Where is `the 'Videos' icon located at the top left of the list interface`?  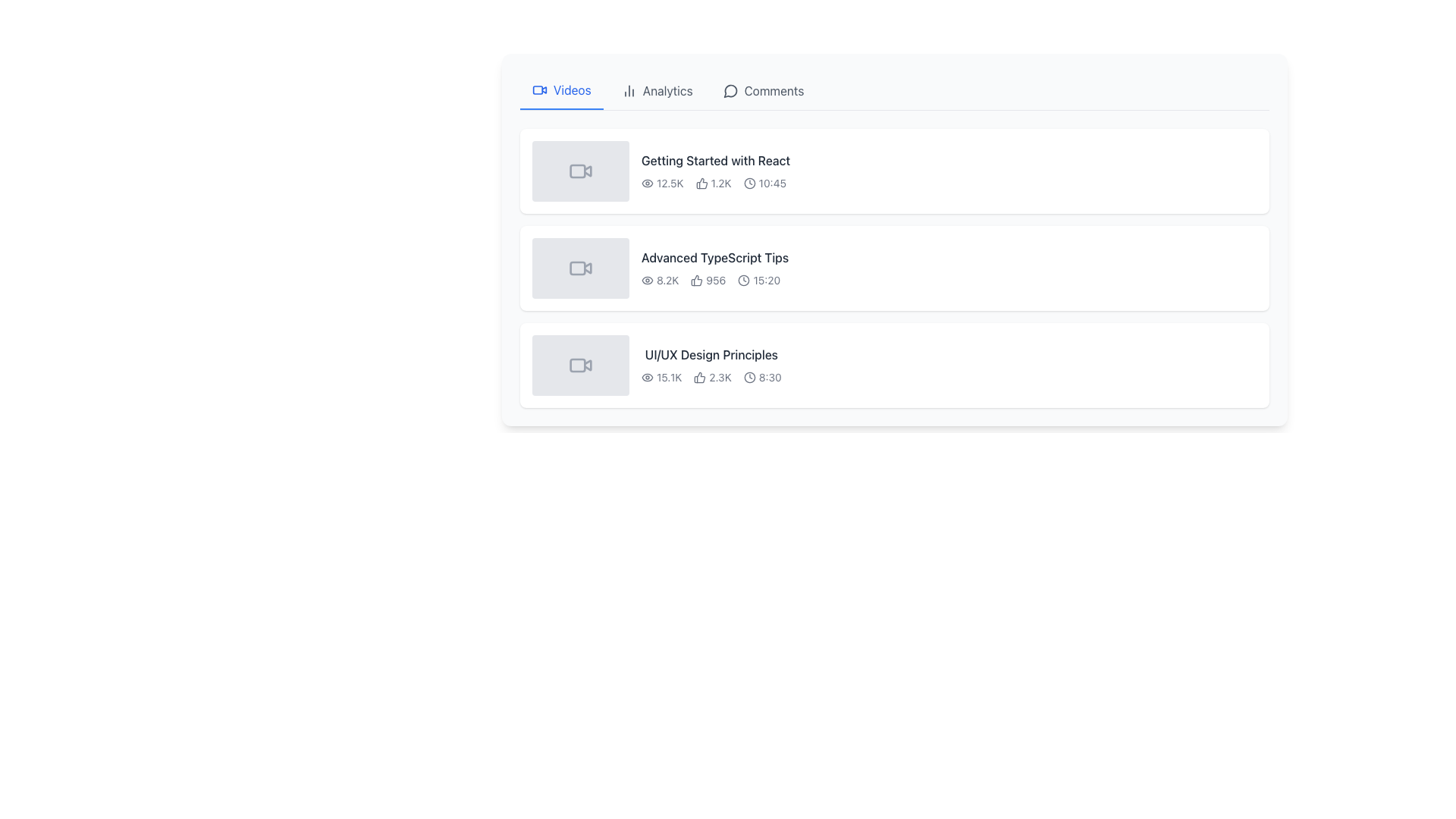
the 'Videos' icon located at the top left of the list interface is located at coordinates (539, 90).